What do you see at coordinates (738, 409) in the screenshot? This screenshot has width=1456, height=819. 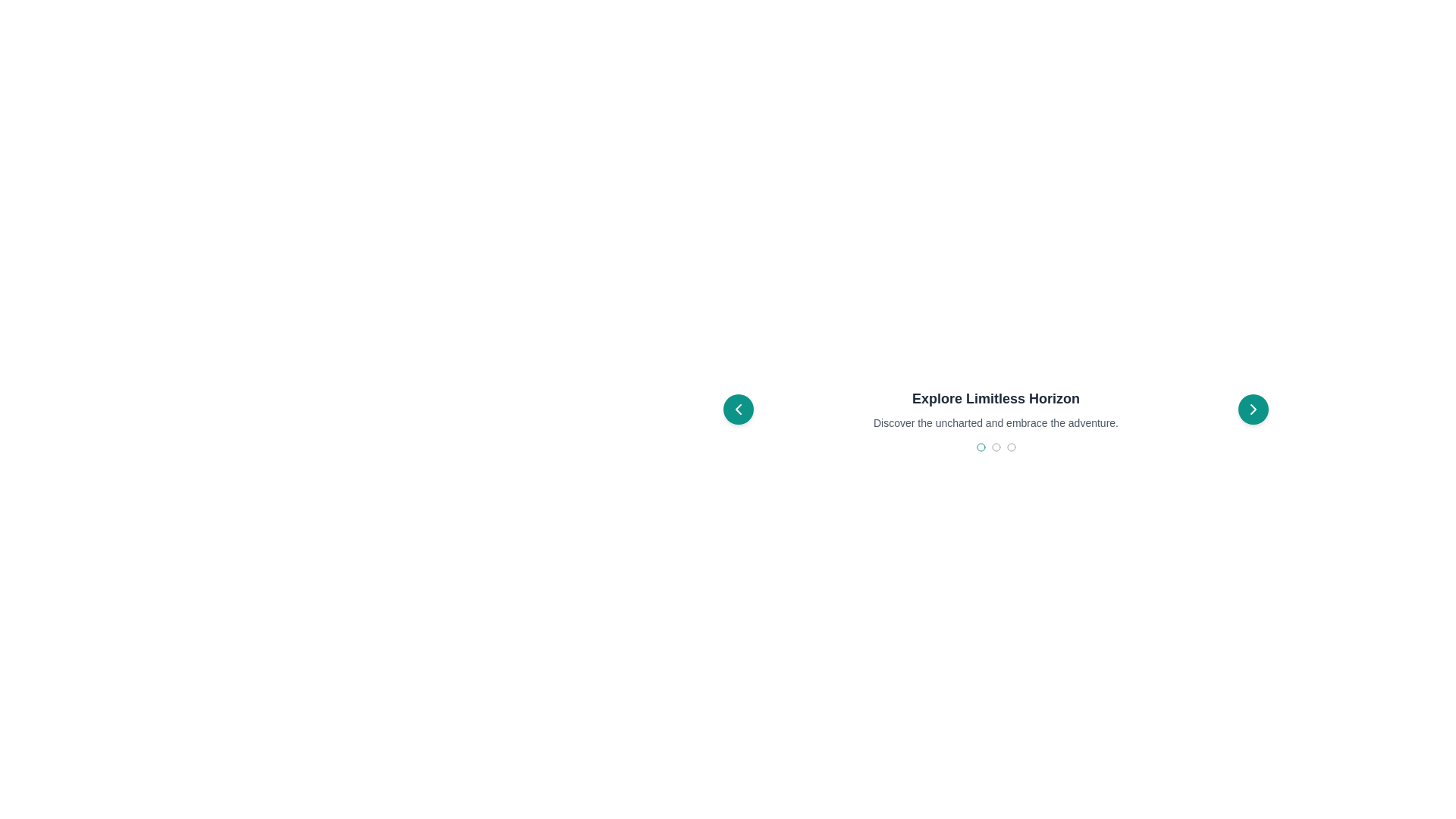 I see `the circular teal button with a white left-pointing chevron symbol` at bounding box center [738, 409].